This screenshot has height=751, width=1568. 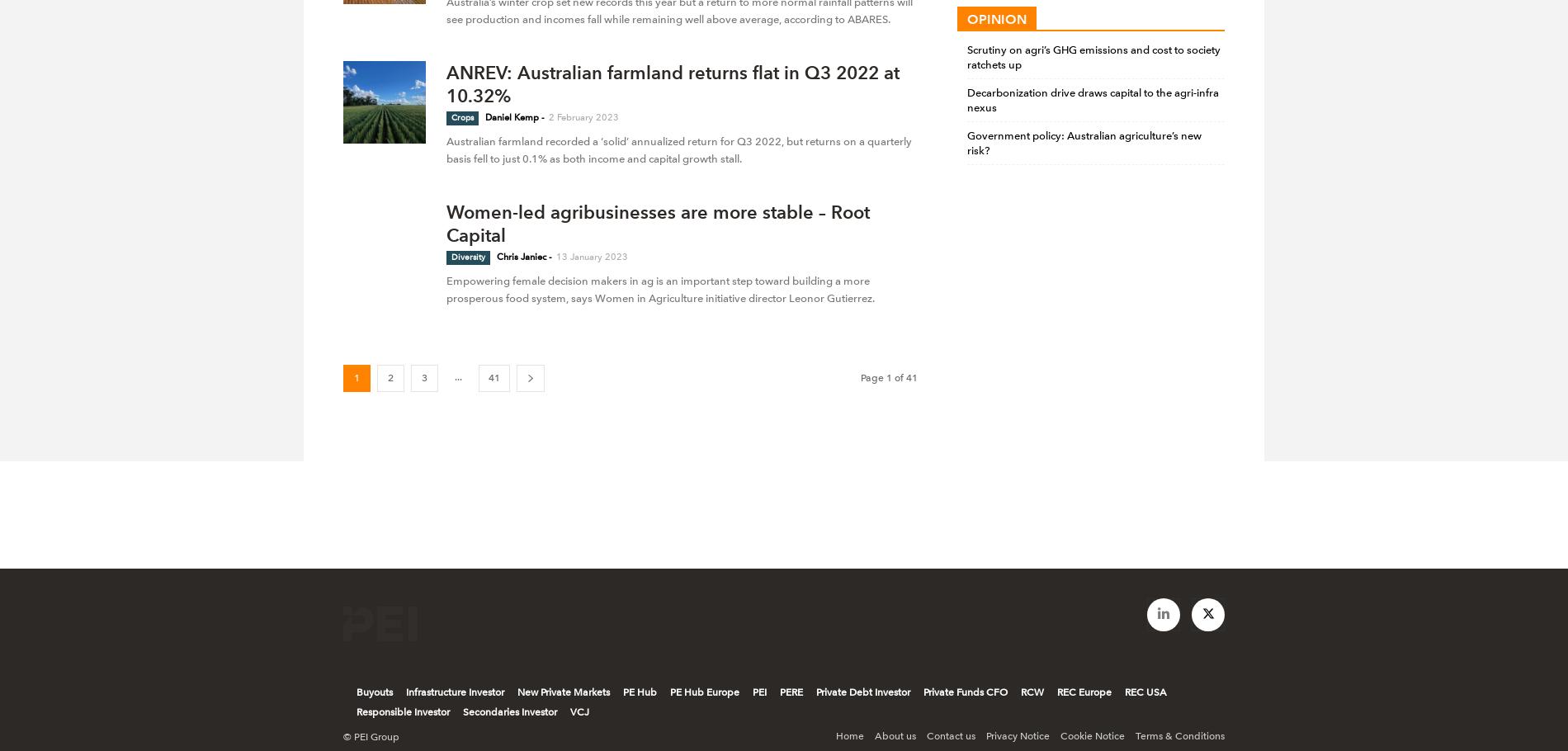 What do you see at coordinates (583, 116) in the screenshot?
I see `'2 February 2023'` at bounding box center [583, 116].